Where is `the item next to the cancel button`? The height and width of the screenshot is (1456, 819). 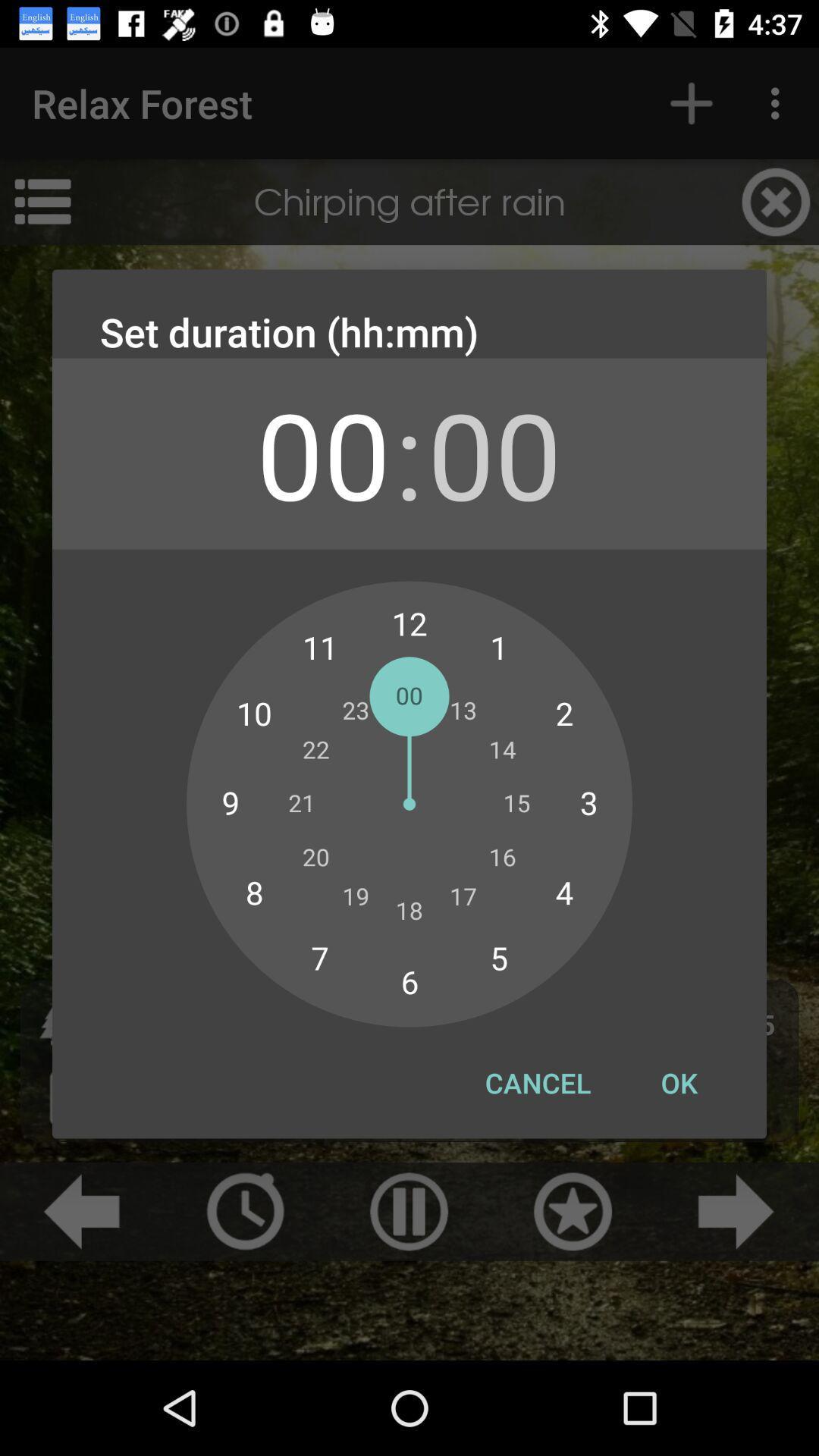 the item next to the cancel button is located at coordinates (678, 1082).